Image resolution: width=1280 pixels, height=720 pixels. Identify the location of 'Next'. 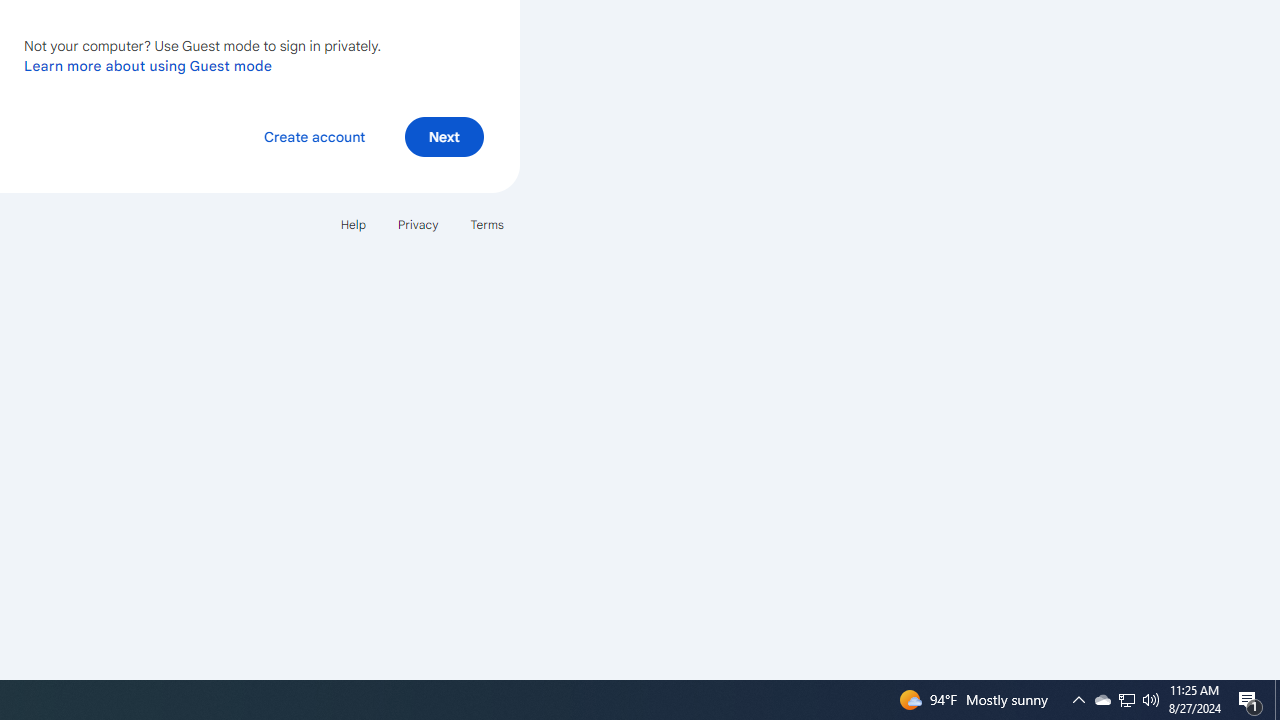
(443, 135).